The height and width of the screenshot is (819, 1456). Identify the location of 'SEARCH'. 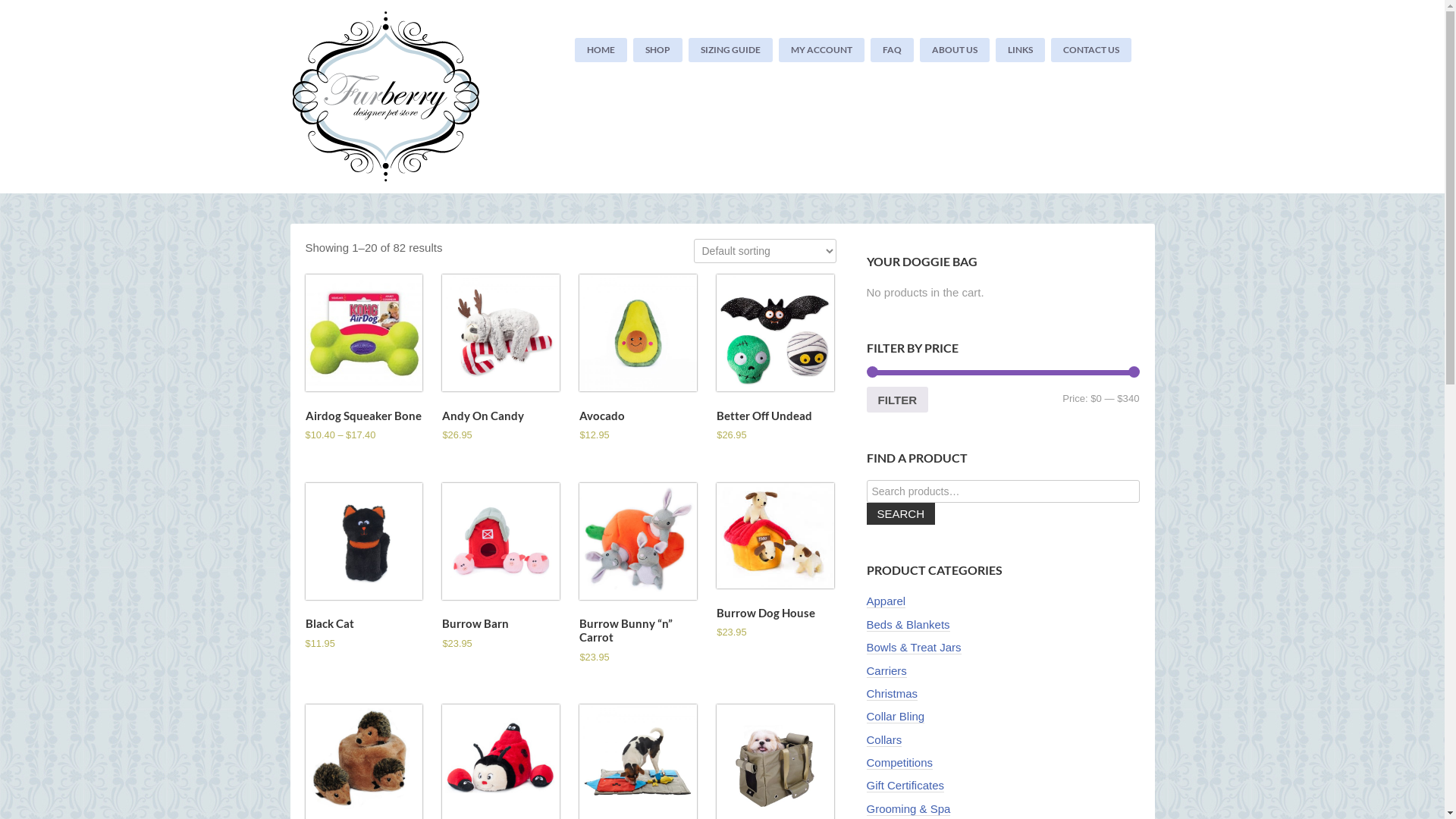
(900, 513).